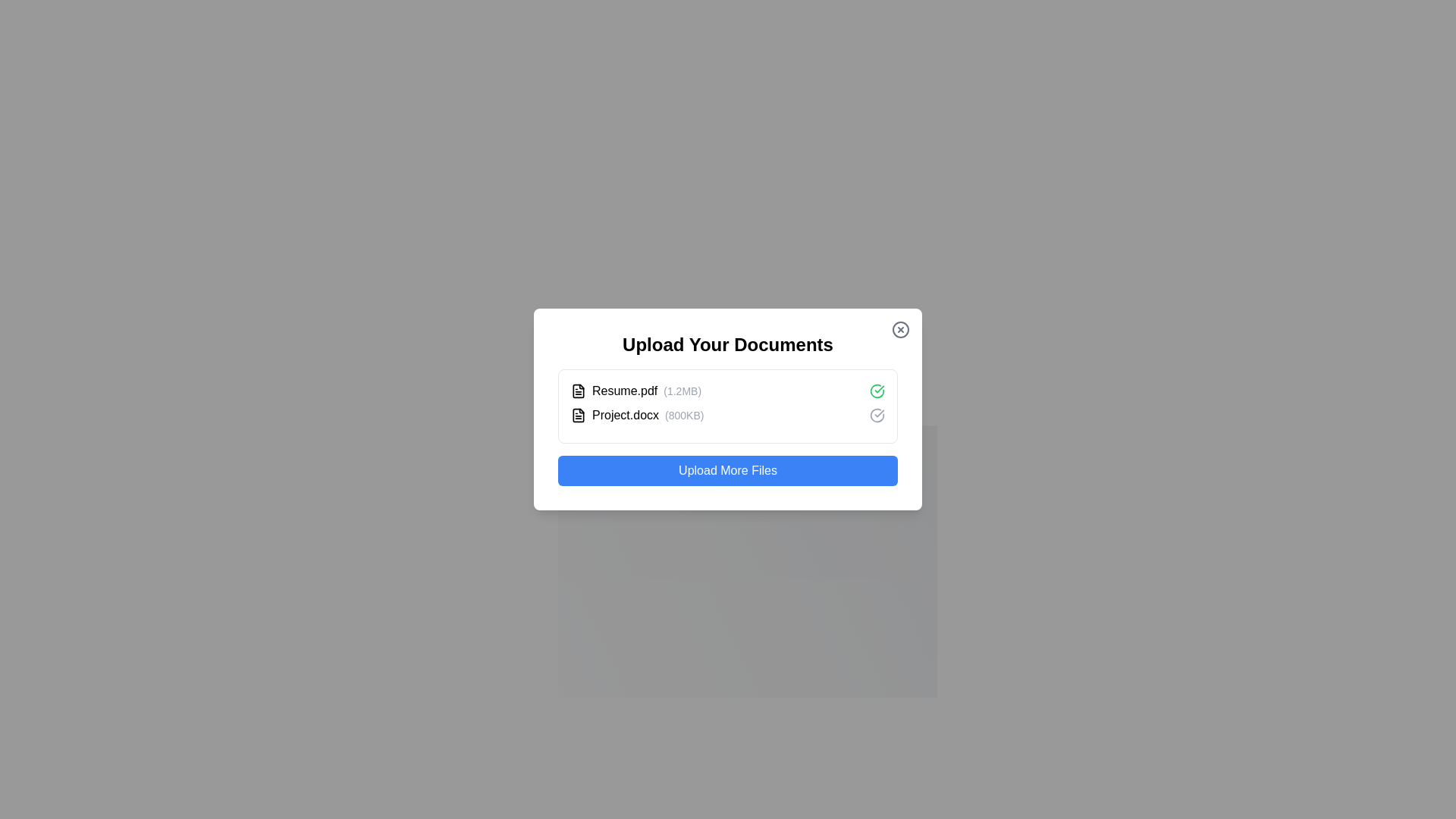 The image size is (1456, 819). Describe the element at coordinates (728, 470) in the screenshot. I see `the rectangular button with a blue background and white text that reads 'Upload More Files'` at that location.